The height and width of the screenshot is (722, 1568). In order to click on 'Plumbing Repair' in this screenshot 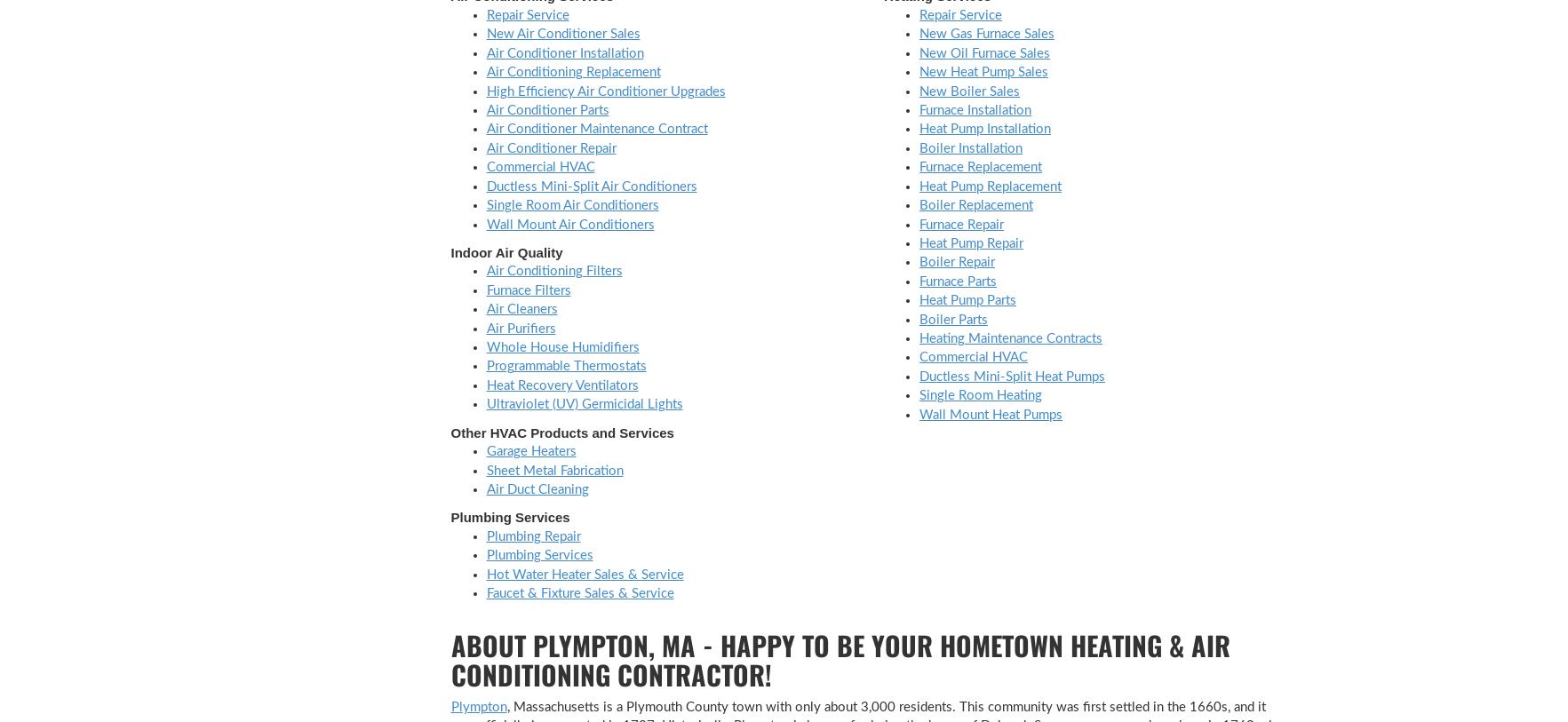, I will do `click(531, 536)`.